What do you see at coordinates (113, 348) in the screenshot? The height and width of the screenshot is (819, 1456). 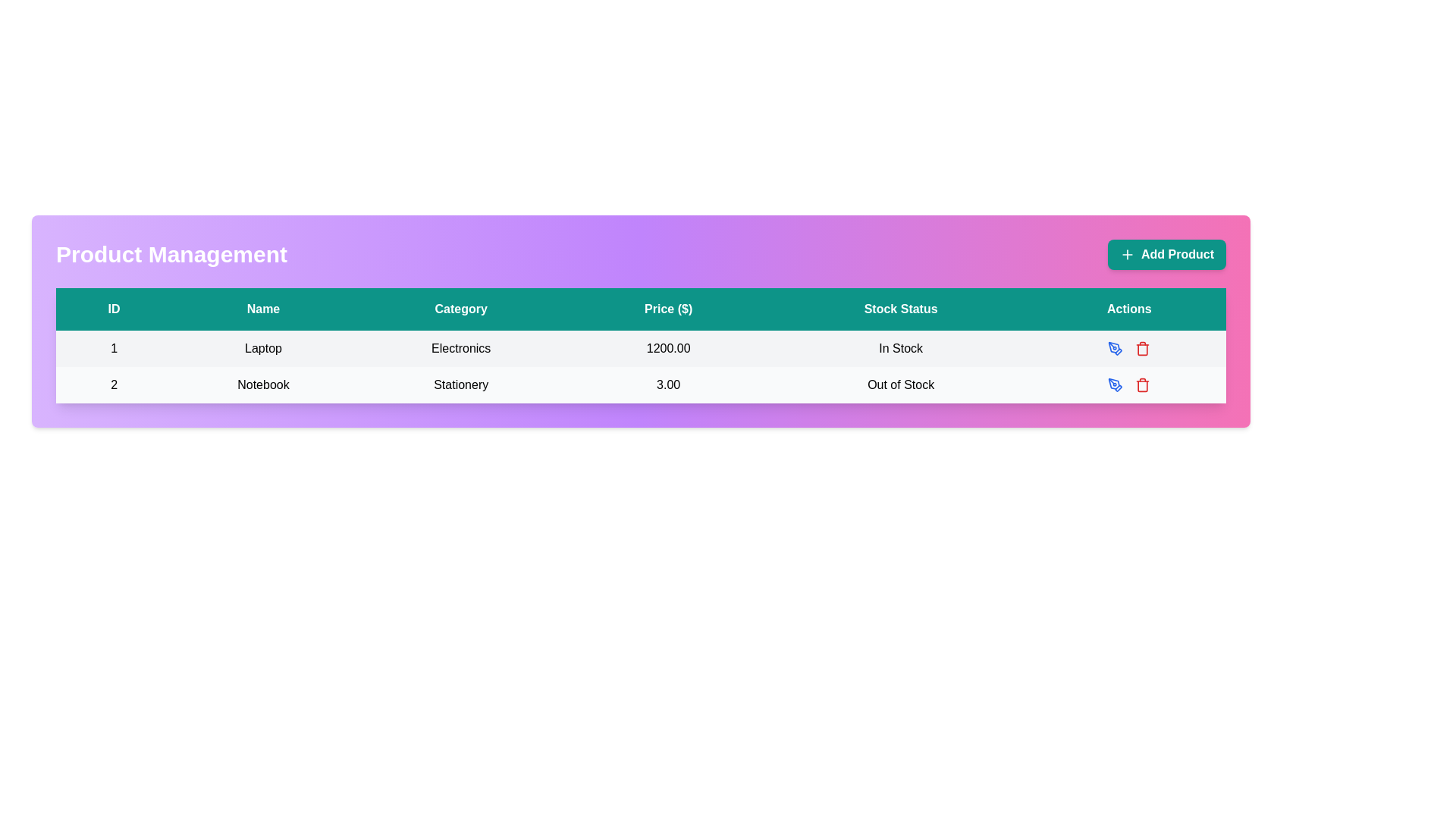 I see `the static text cell in the ID column of the first row of the data table, which serves as an identifier for the row` at bounding box center [113, 348].